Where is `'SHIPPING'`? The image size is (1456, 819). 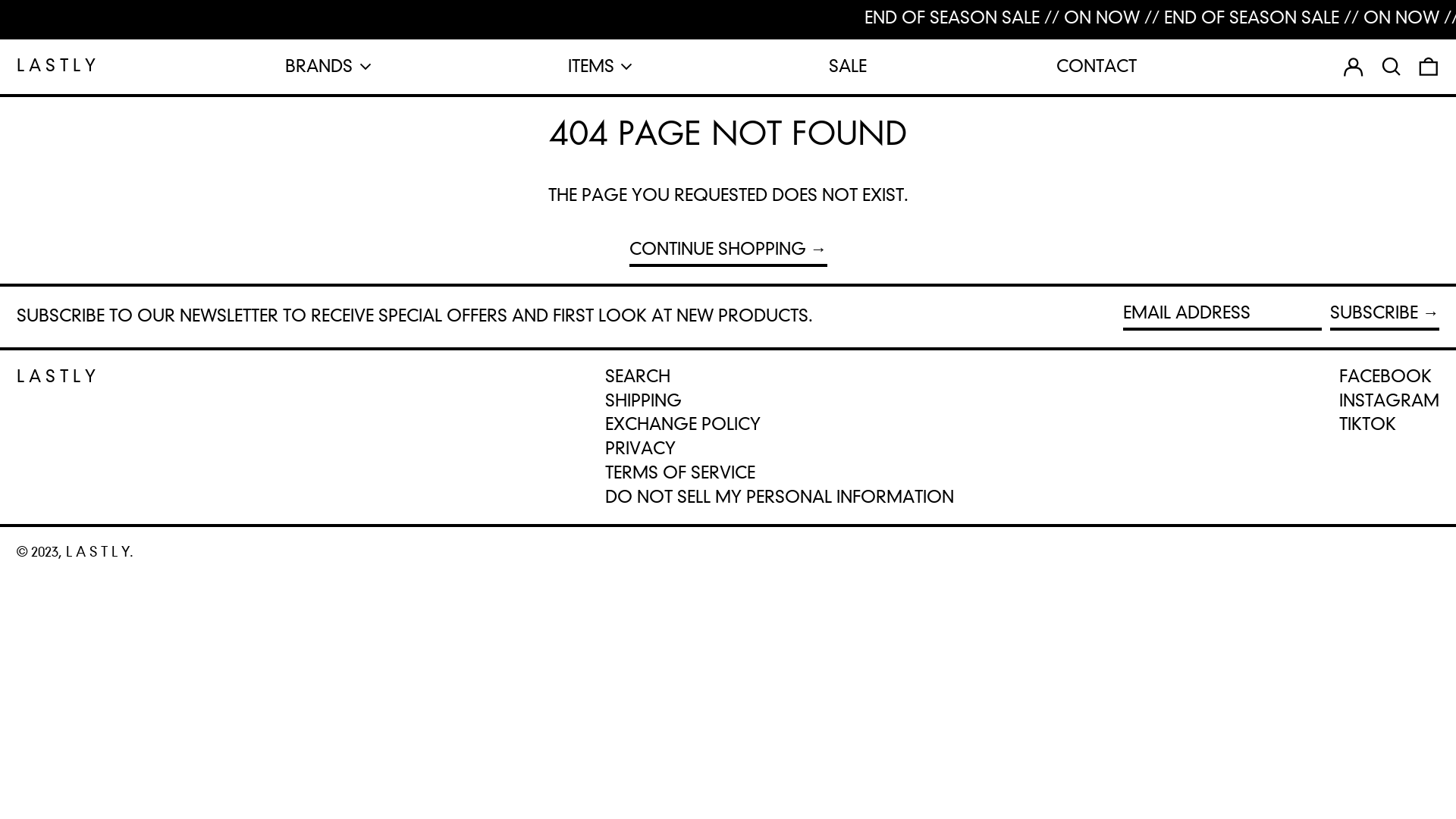
'SHIPPING' is located at coordinates (643, 400).